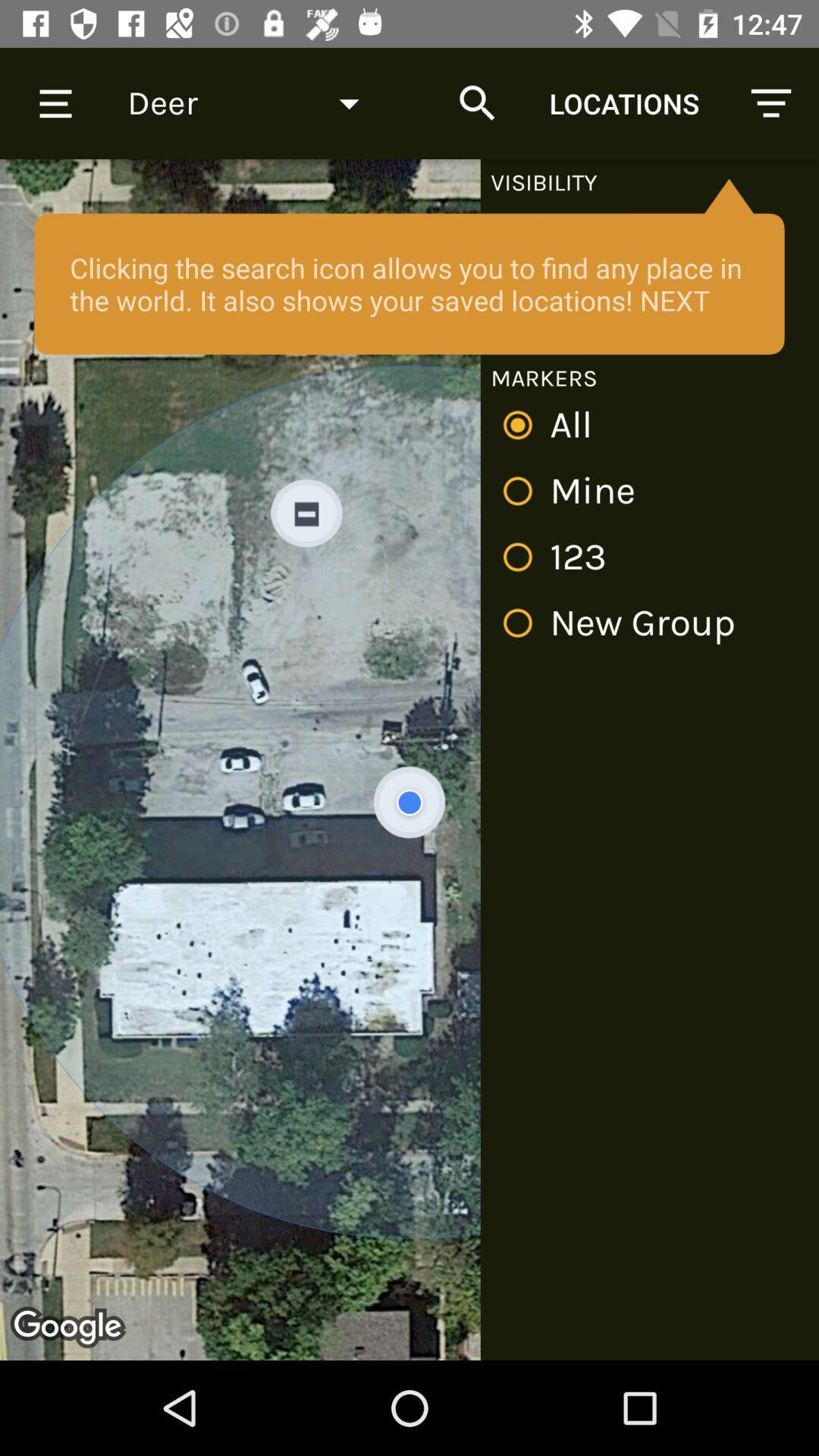  I want to click on the text google is written at the bottom of the page, so click(70, 1328).